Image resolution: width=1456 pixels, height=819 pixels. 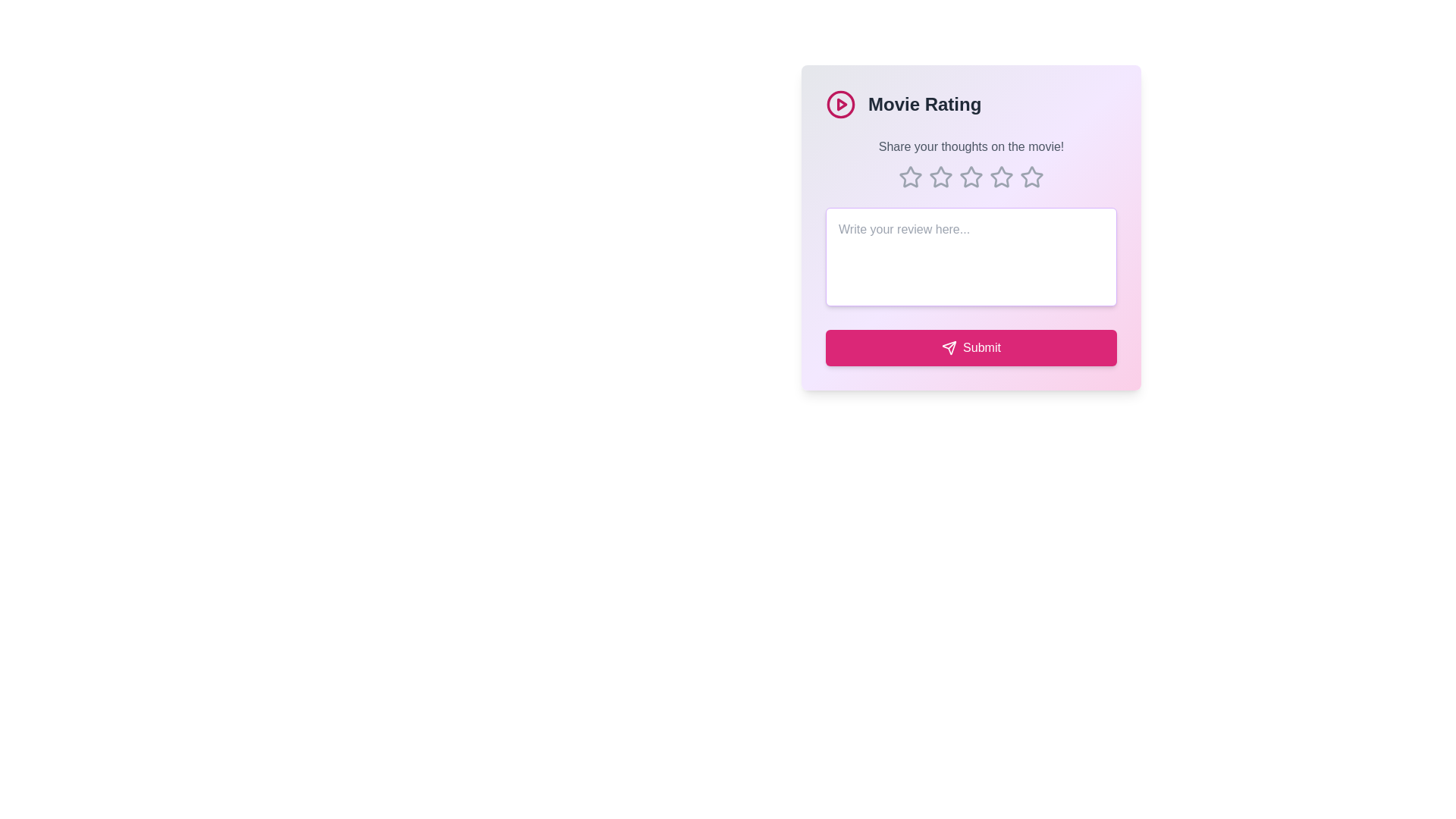 I want to click on the icon within the bright pink 'Submit' button located at the bottom center of the modal interface, so click(x=949, y=348).